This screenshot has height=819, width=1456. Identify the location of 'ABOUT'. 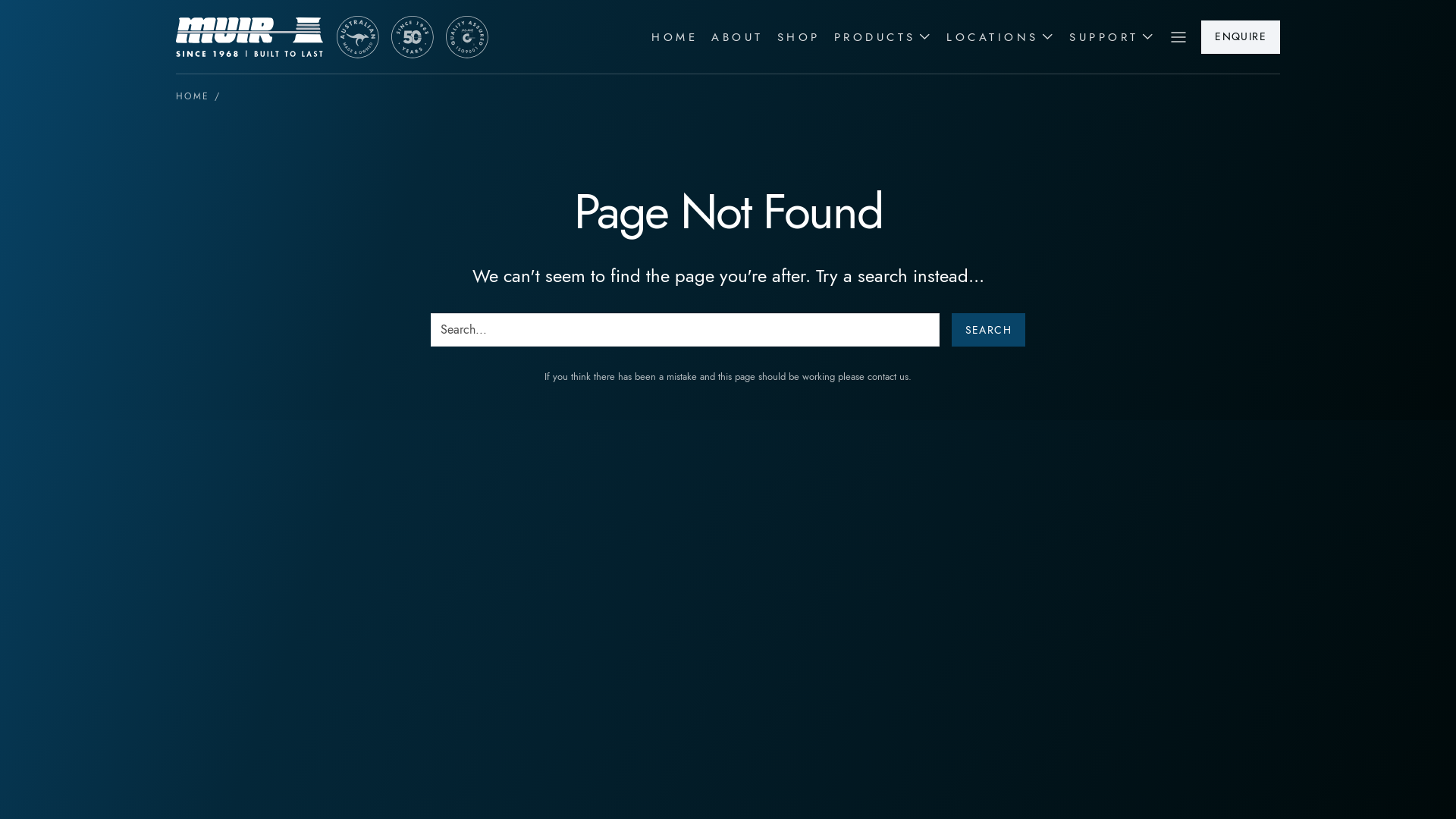
(737, 36).